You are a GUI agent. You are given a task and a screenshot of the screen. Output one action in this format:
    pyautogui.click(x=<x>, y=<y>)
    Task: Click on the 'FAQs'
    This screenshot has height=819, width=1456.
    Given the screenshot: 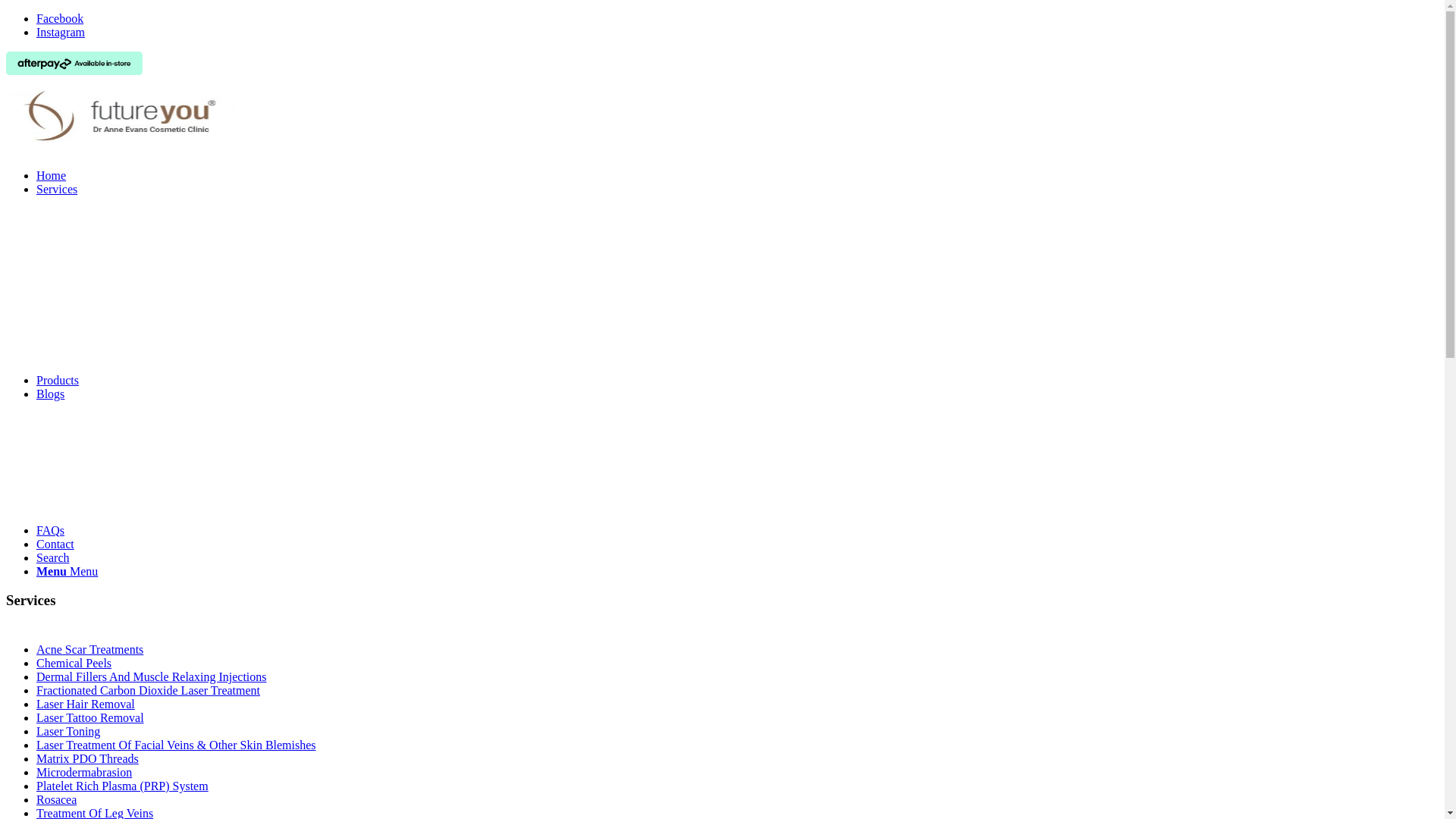 What is the action you would take?
    pyautogui.click(x=50, y=529)
    